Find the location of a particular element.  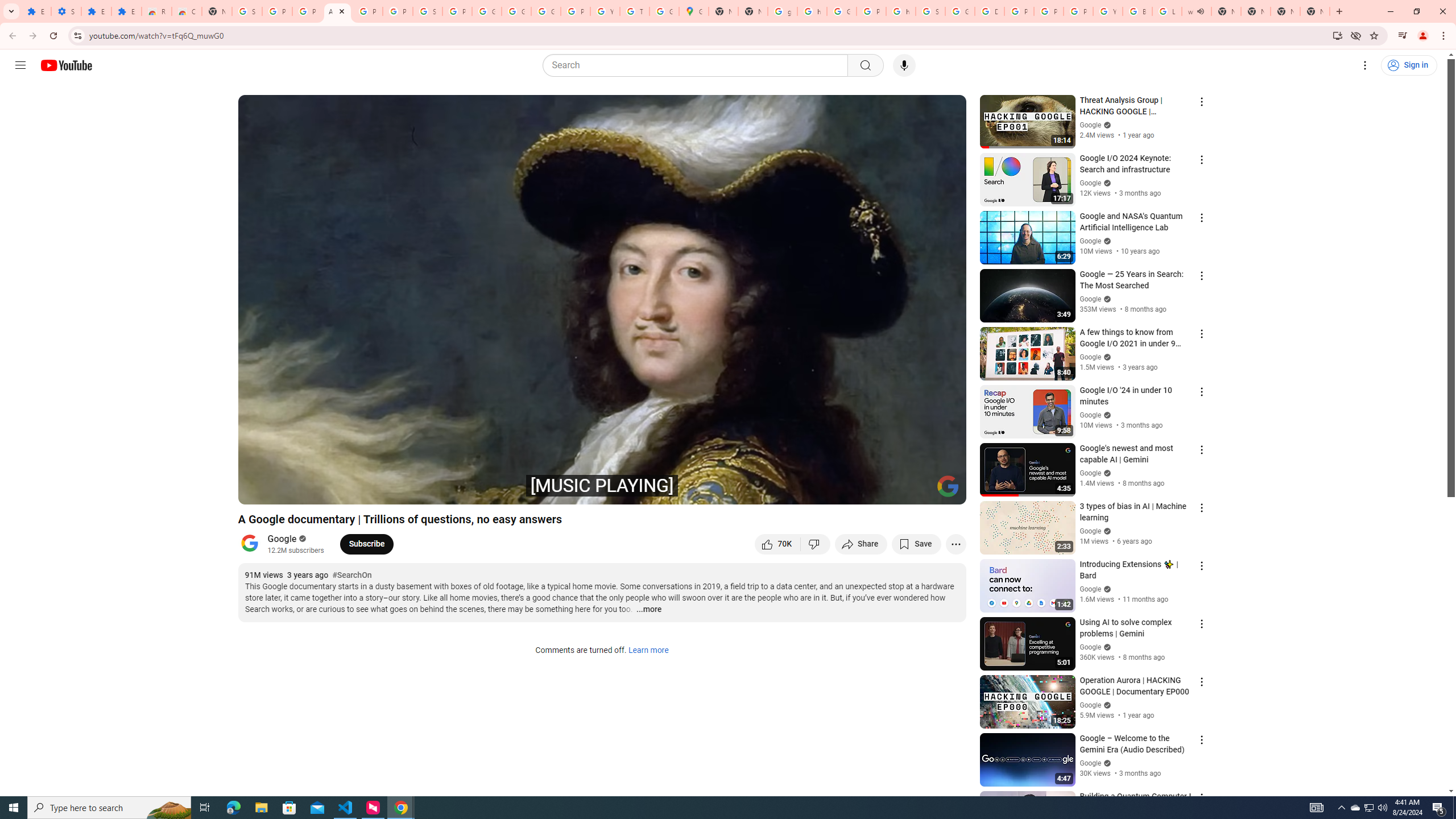

'Extensions' is located at coordinates (95, 11).